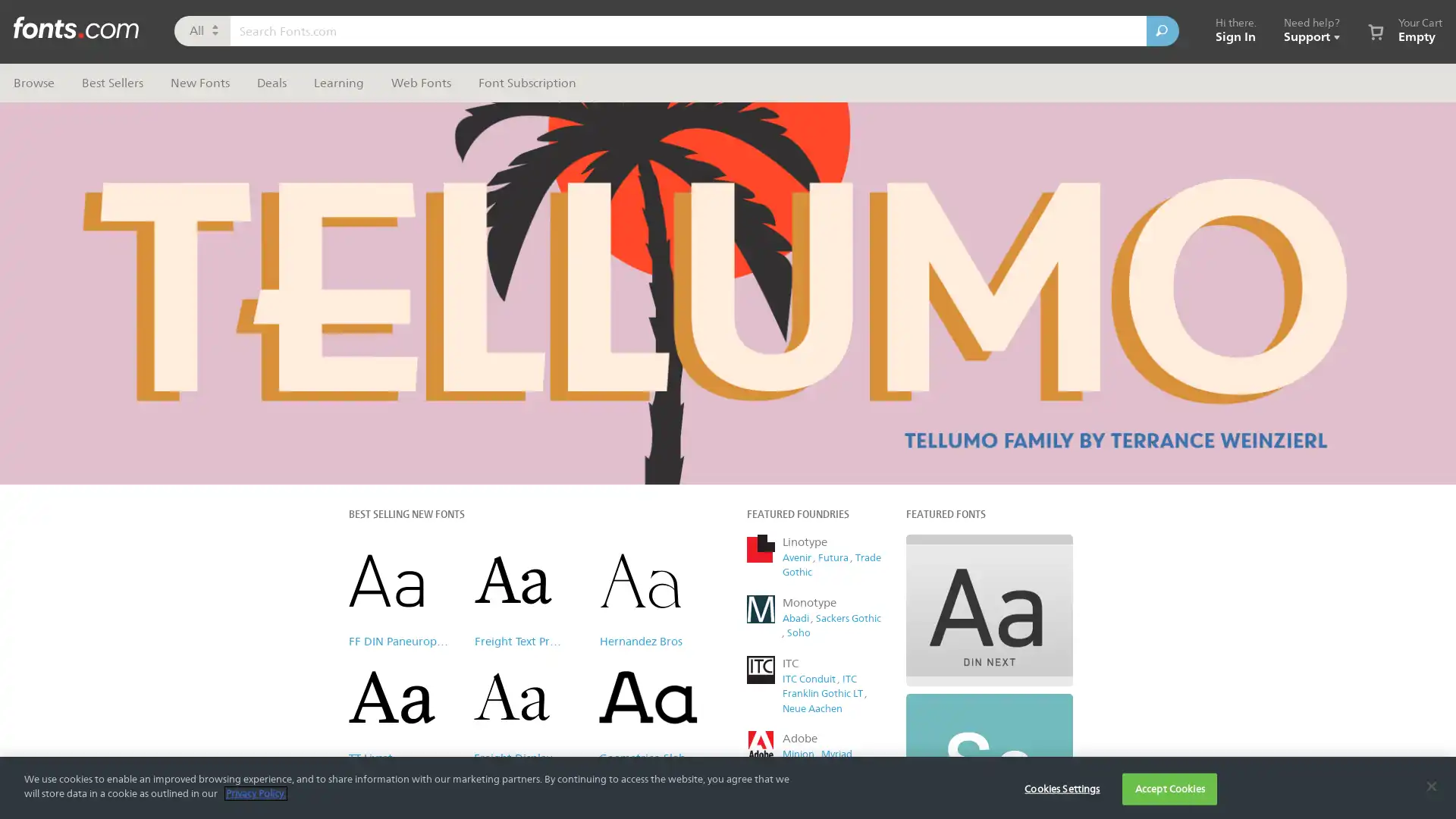 This screenshot has height=819, width=1456. Describe the element at coordinates (1430, 785) in the screenshot. I see `Close` at that location.